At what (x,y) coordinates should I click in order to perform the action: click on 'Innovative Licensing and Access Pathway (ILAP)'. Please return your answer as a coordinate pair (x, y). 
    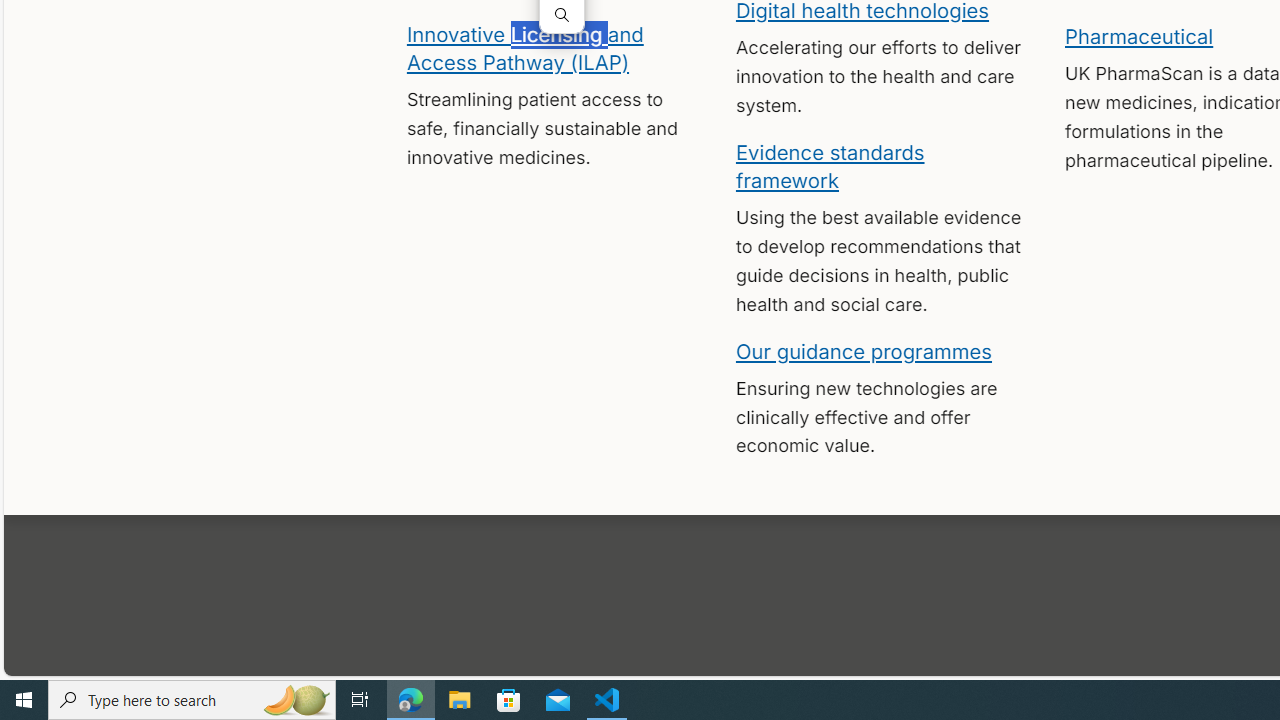
    Looking at the image, I should click on (524, 46).